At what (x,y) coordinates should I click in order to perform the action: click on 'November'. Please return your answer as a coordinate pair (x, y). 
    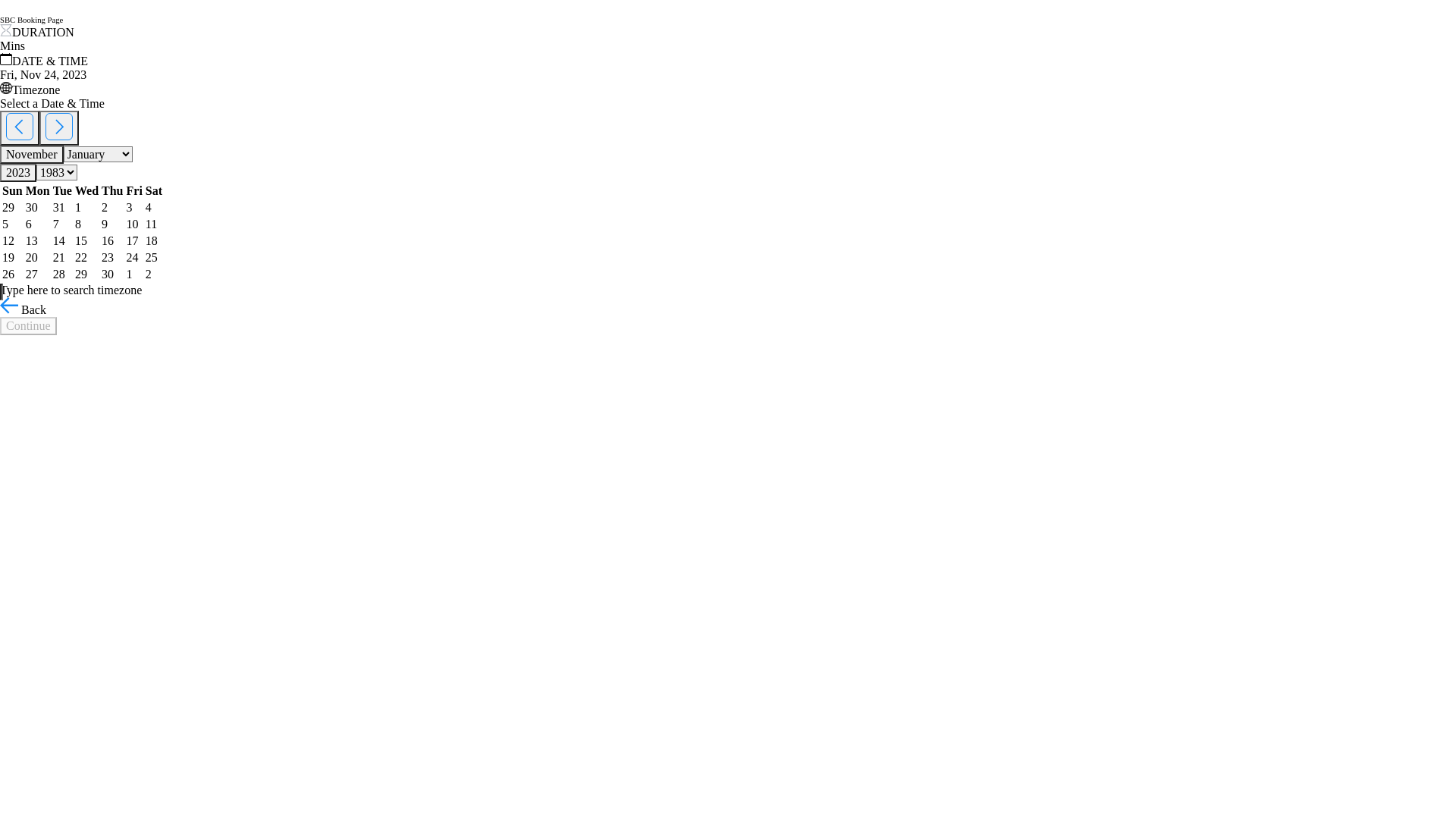
    Looking at the image, I should click on (32, 155).